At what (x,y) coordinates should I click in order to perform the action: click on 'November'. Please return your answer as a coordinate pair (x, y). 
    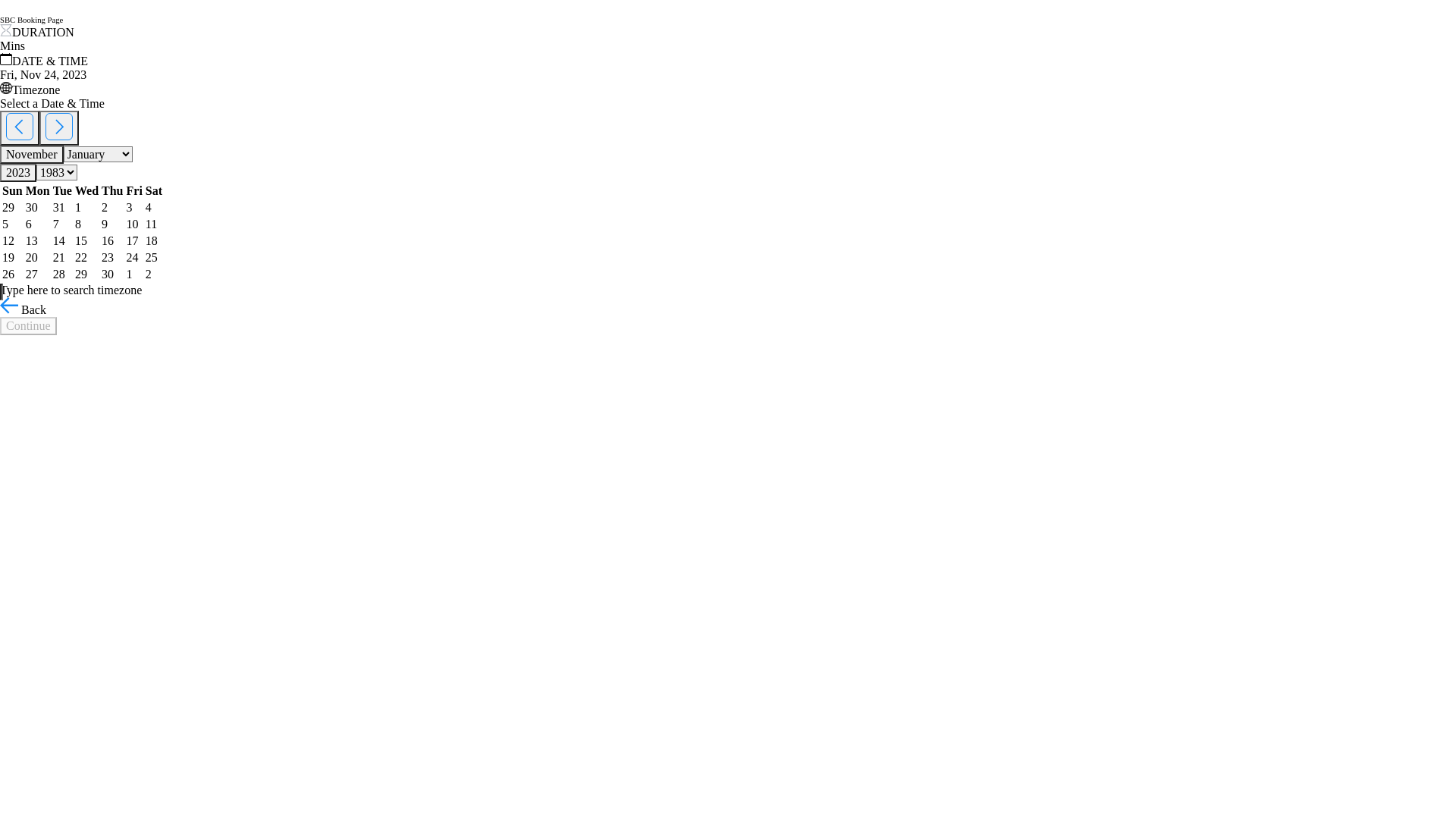
    Looking at the image, I should click on (32, 155).